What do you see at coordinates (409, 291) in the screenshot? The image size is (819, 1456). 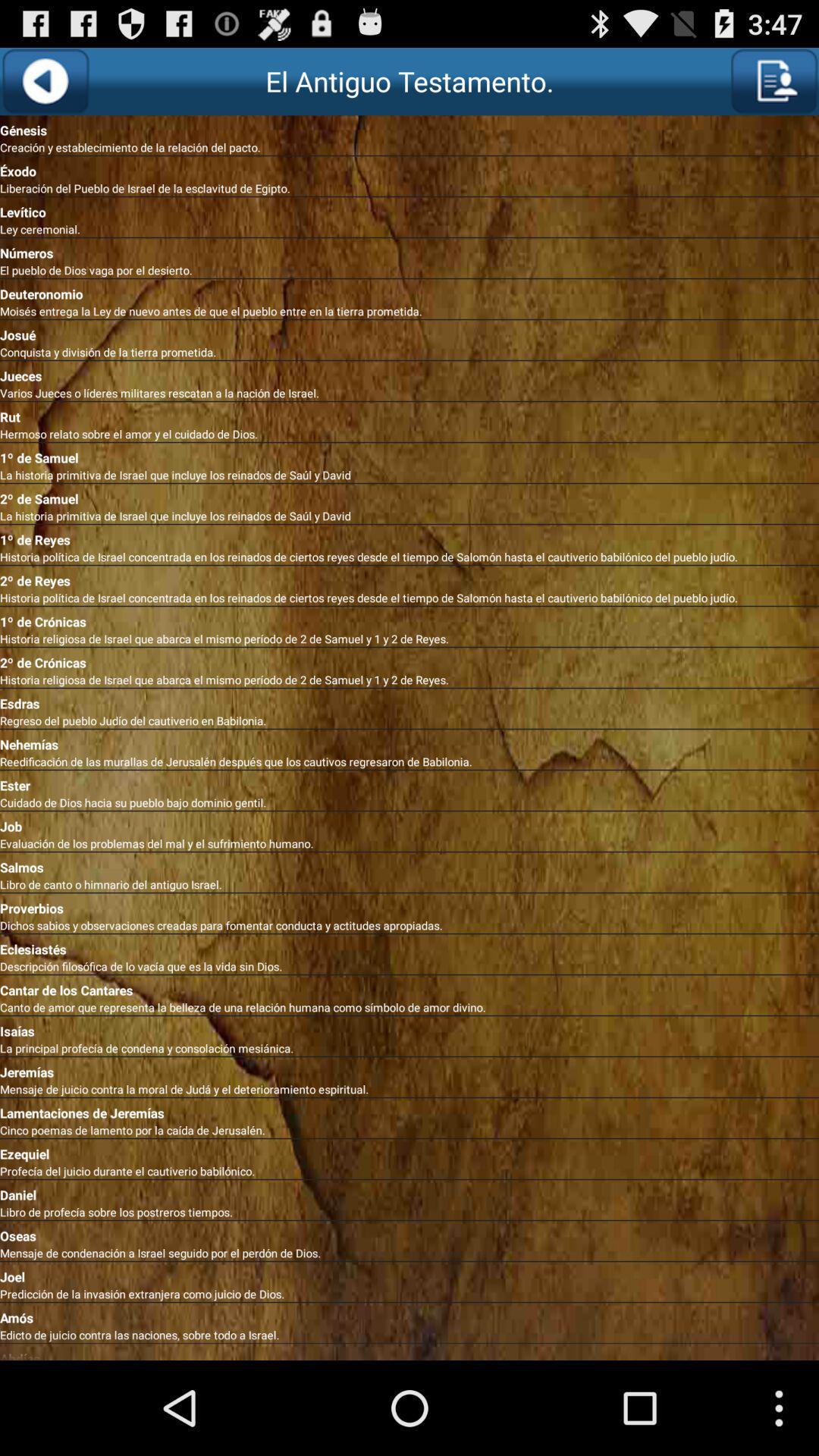 I see `the deuteronomio app` at bounding box center [409, 291].